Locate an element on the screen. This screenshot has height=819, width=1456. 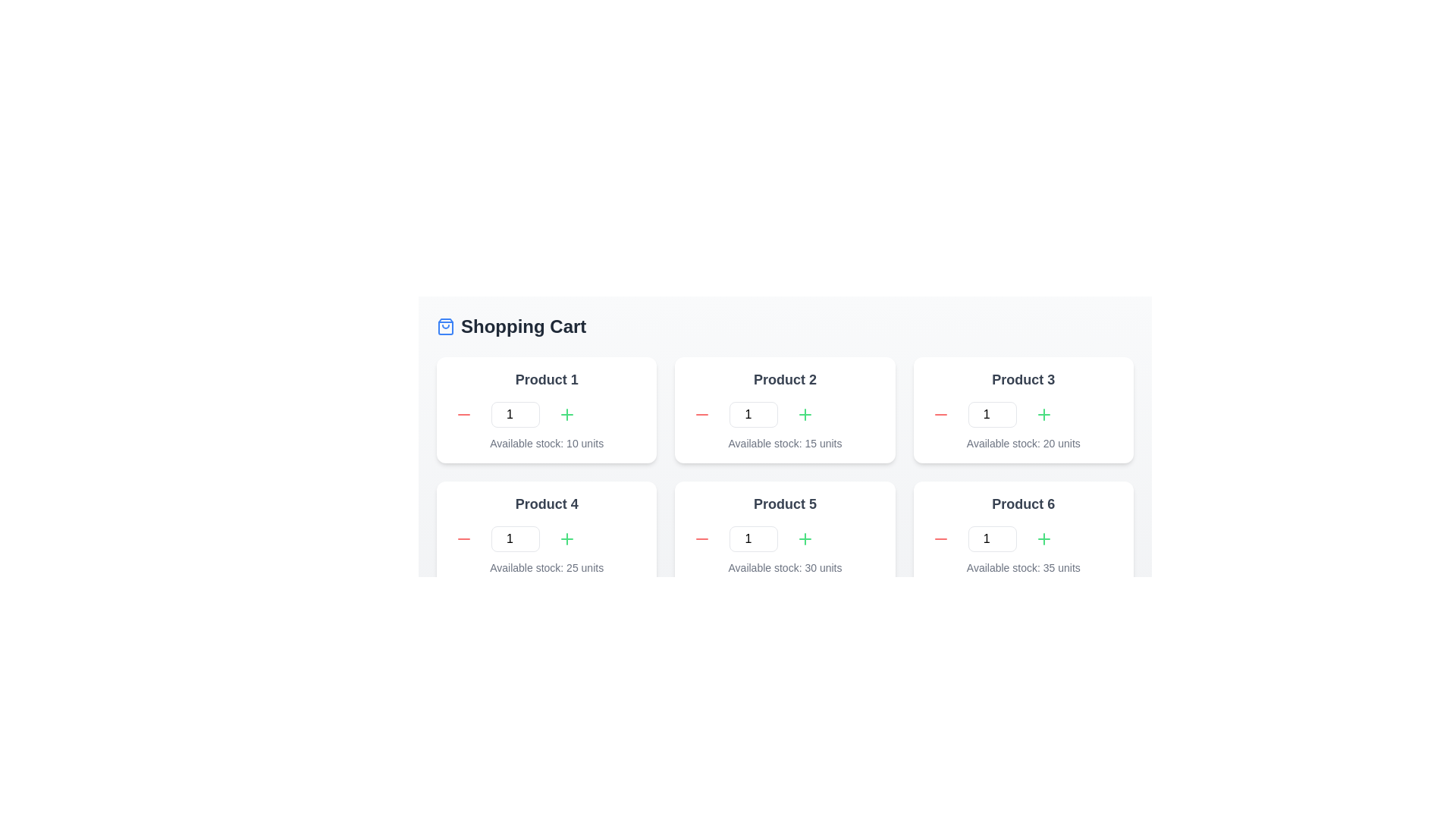
the red minus button located within the circular button to the left of the quantity input field for 'Product 4' in the shopping cart grid to reduce the quantity is located at coordinates (463, 538).